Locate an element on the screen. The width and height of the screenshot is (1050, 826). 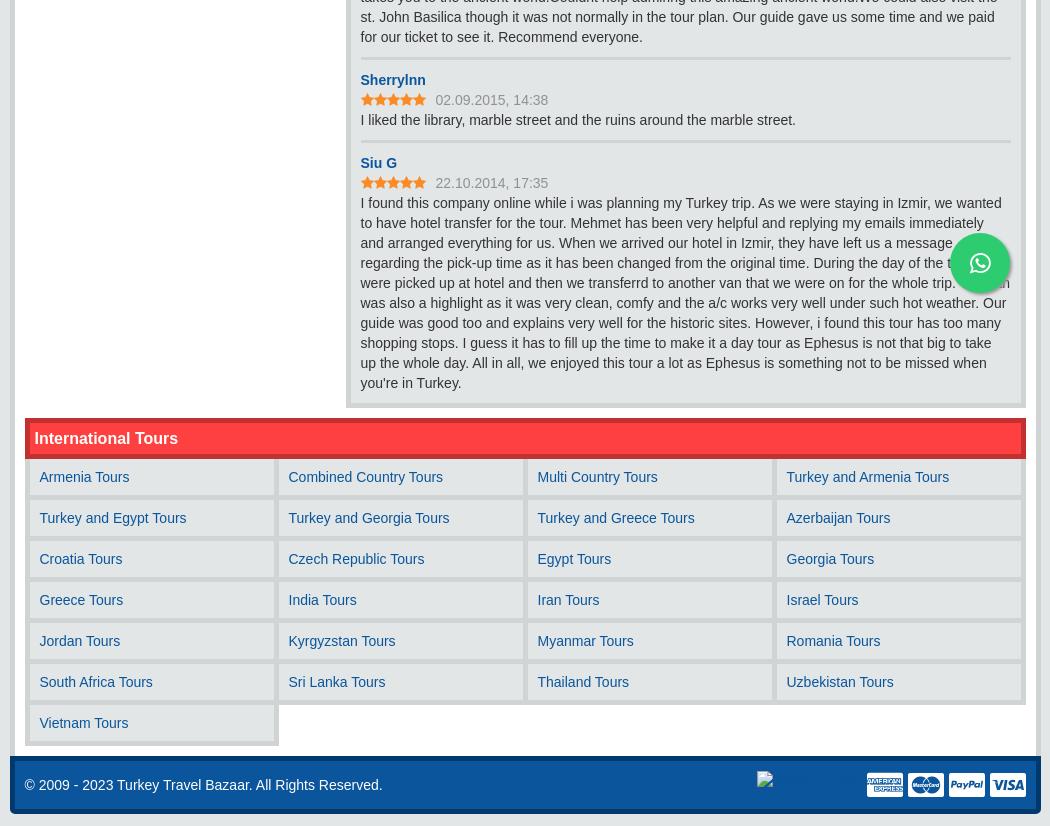
'Jordan Tours' is located at coordinates (79, 639).